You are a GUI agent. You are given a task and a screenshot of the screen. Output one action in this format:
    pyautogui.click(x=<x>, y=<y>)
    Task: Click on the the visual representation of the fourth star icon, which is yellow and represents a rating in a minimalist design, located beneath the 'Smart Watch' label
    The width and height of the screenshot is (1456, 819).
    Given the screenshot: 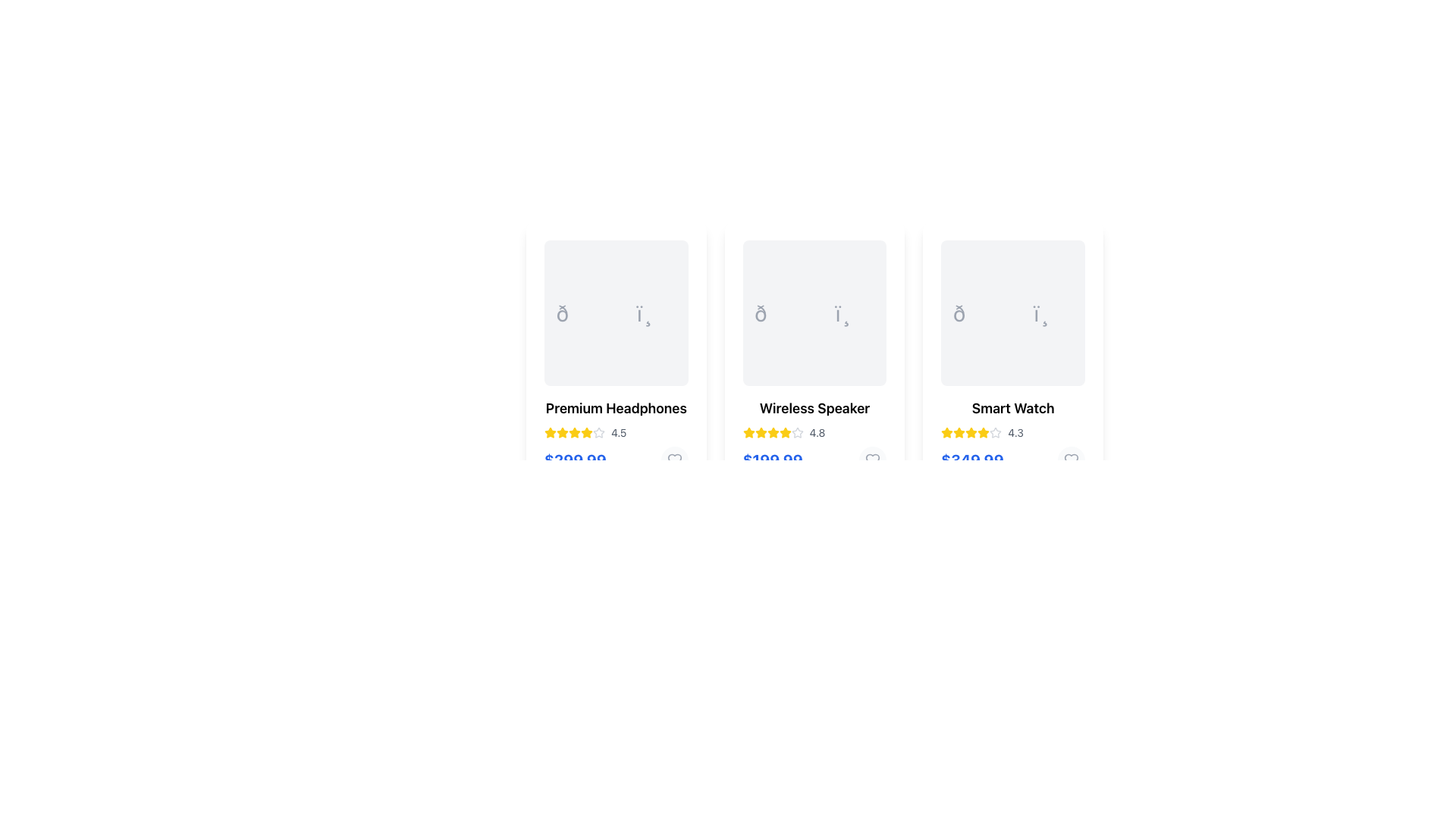 What is the action you would take?
    pyautogui.click(x=971, y=432)
    